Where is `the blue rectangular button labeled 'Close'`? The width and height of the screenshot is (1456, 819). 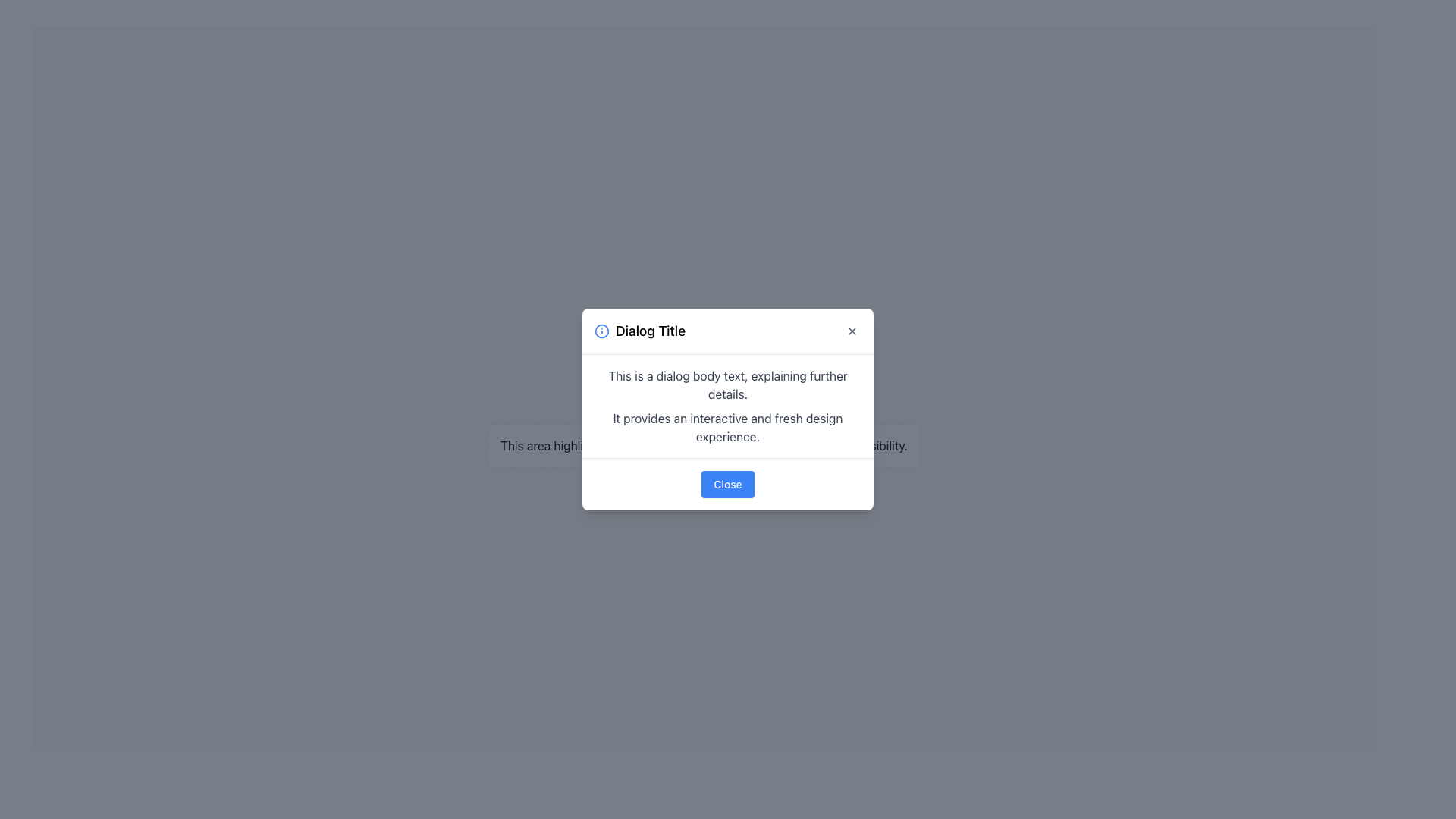
the blue rectangular button labeled 'Close' is located at coordinates (728, 483).